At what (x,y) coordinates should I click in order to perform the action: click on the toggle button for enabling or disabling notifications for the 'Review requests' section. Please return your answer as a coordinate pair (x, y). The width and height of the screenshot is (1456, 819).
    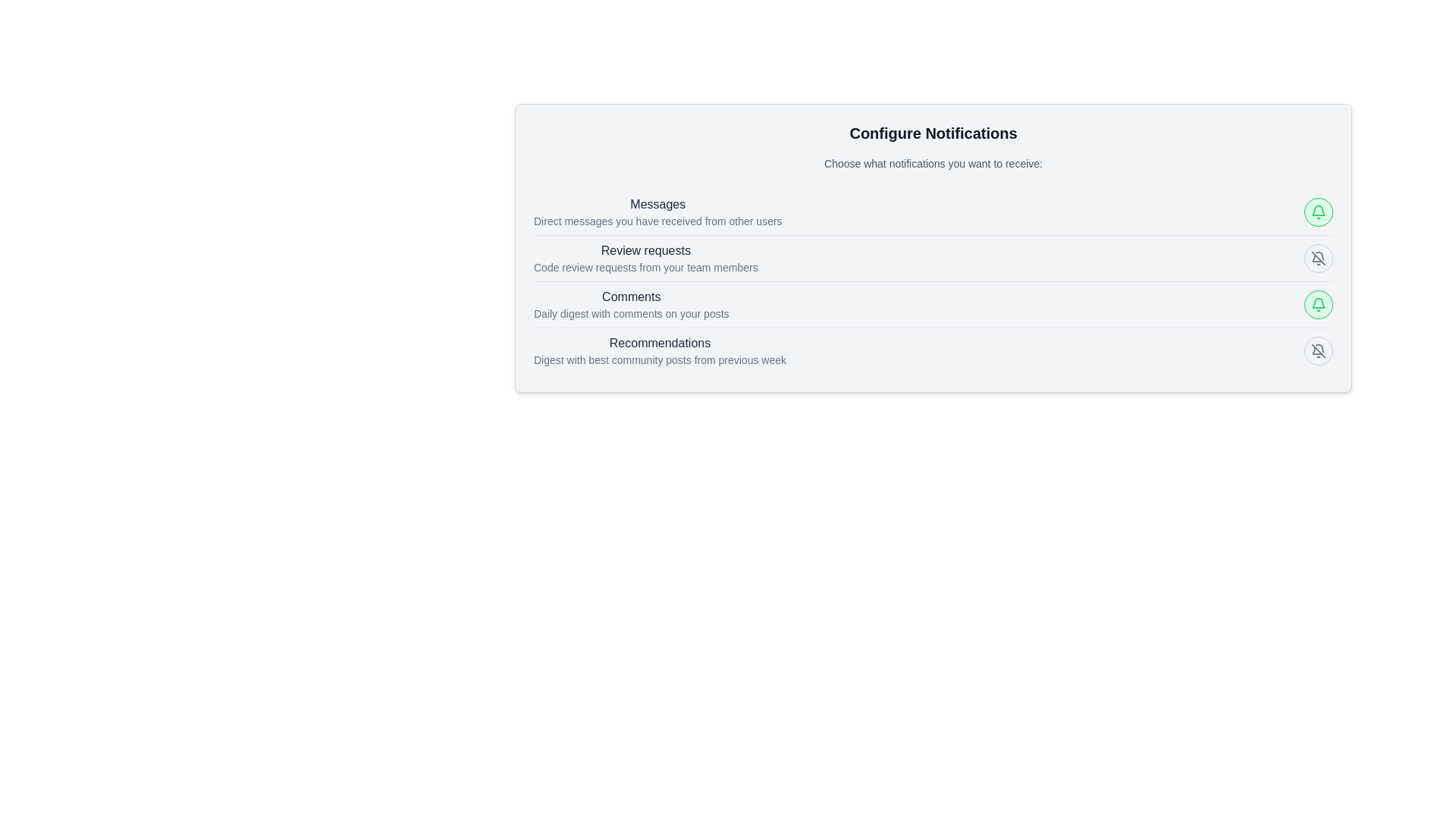
    Looking at the image, I should click on (1317, 257).